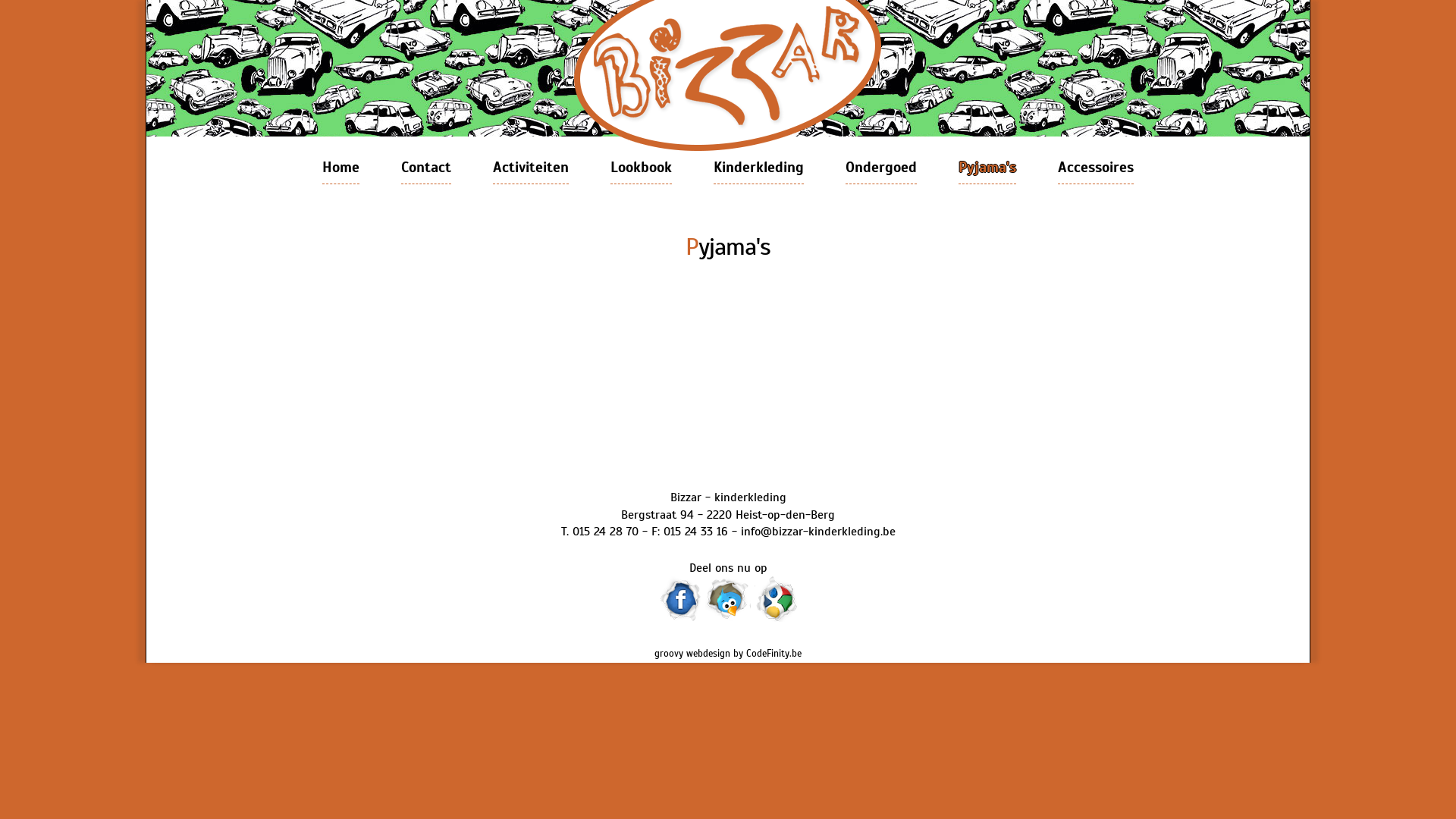 Image resolution: width=1456 pixels, height=819 pixels. Describe the element at coordinates (610, 168) in the screenshot. I see `'Lookbook'` at that location.